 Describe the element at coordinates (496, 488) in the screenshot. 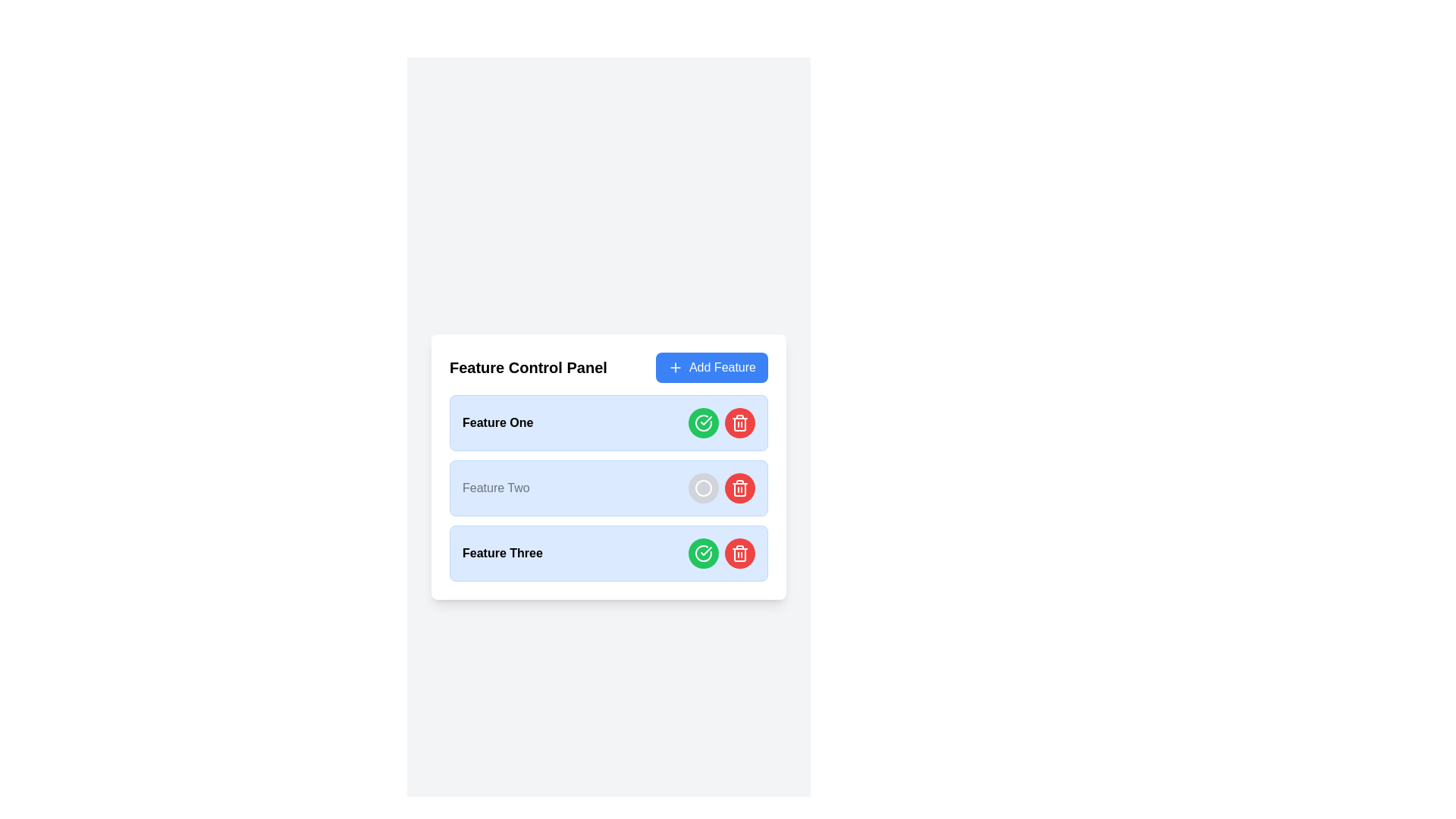

I see `the text label displaying 'Feature Two' which is centered in the second row of a vertical list, surrounded by a light blue background` at that location.